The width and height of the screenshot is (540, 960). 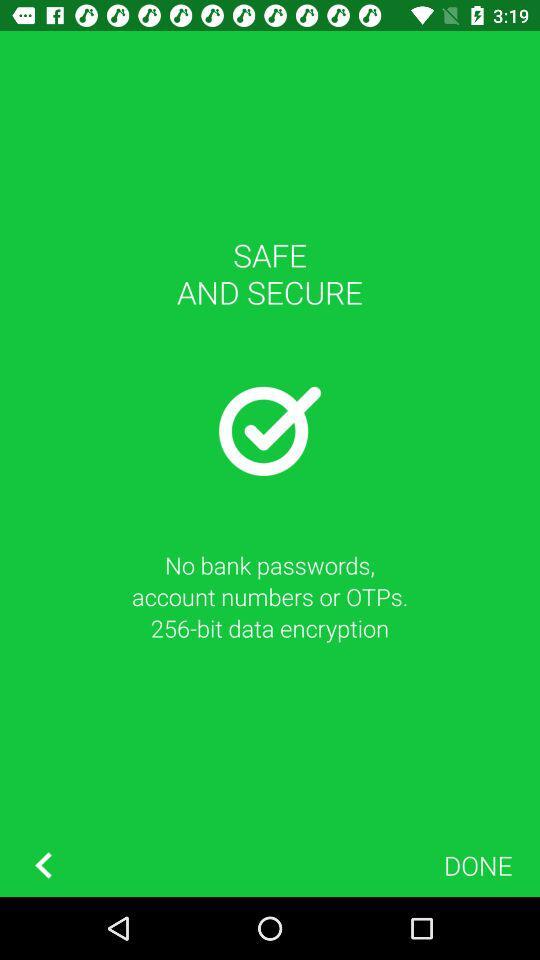 What do you see at coordinates (477, 864) in the screenshot?
I see `the done at the bottom right corner` at bounding box center [477, 864].